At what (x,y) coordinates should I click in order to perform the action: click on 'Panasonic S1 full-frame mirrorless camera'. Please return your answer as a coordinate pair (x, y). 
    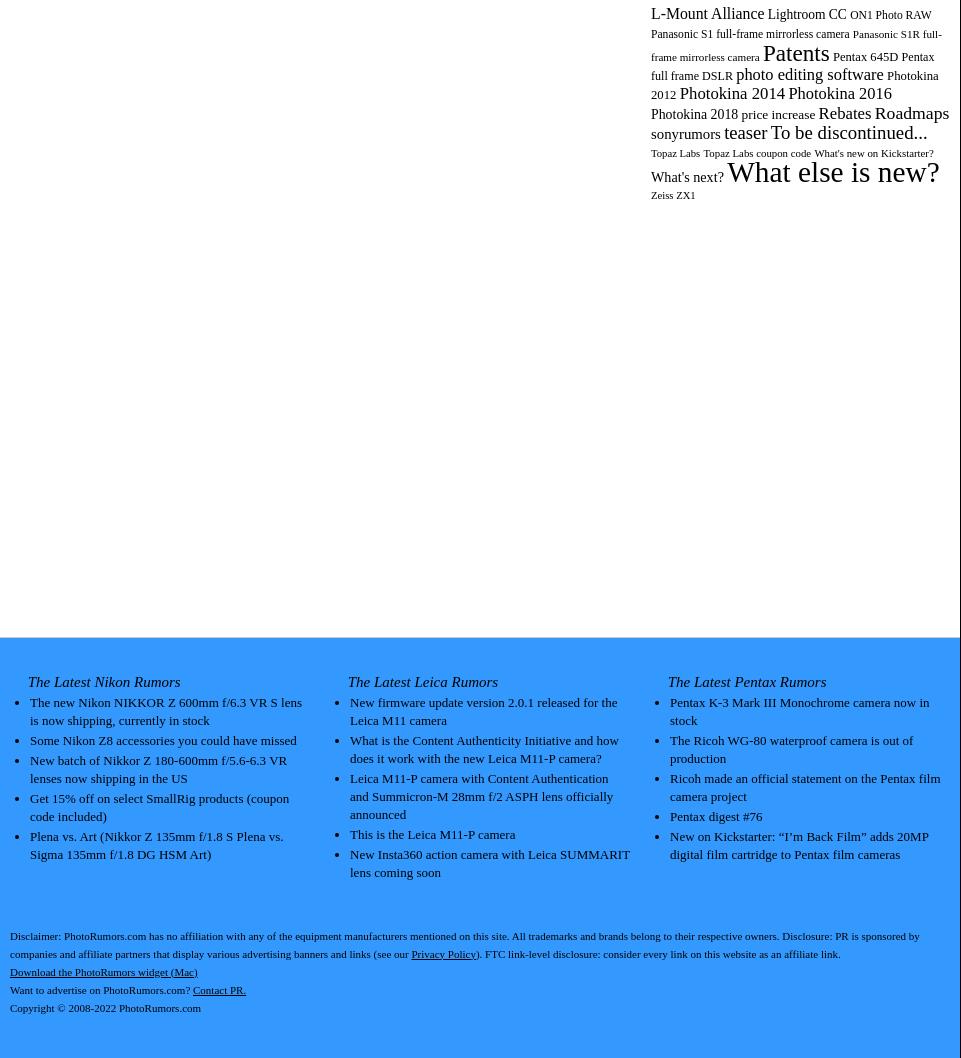
    Looking at the image, I should click on (748, 33).